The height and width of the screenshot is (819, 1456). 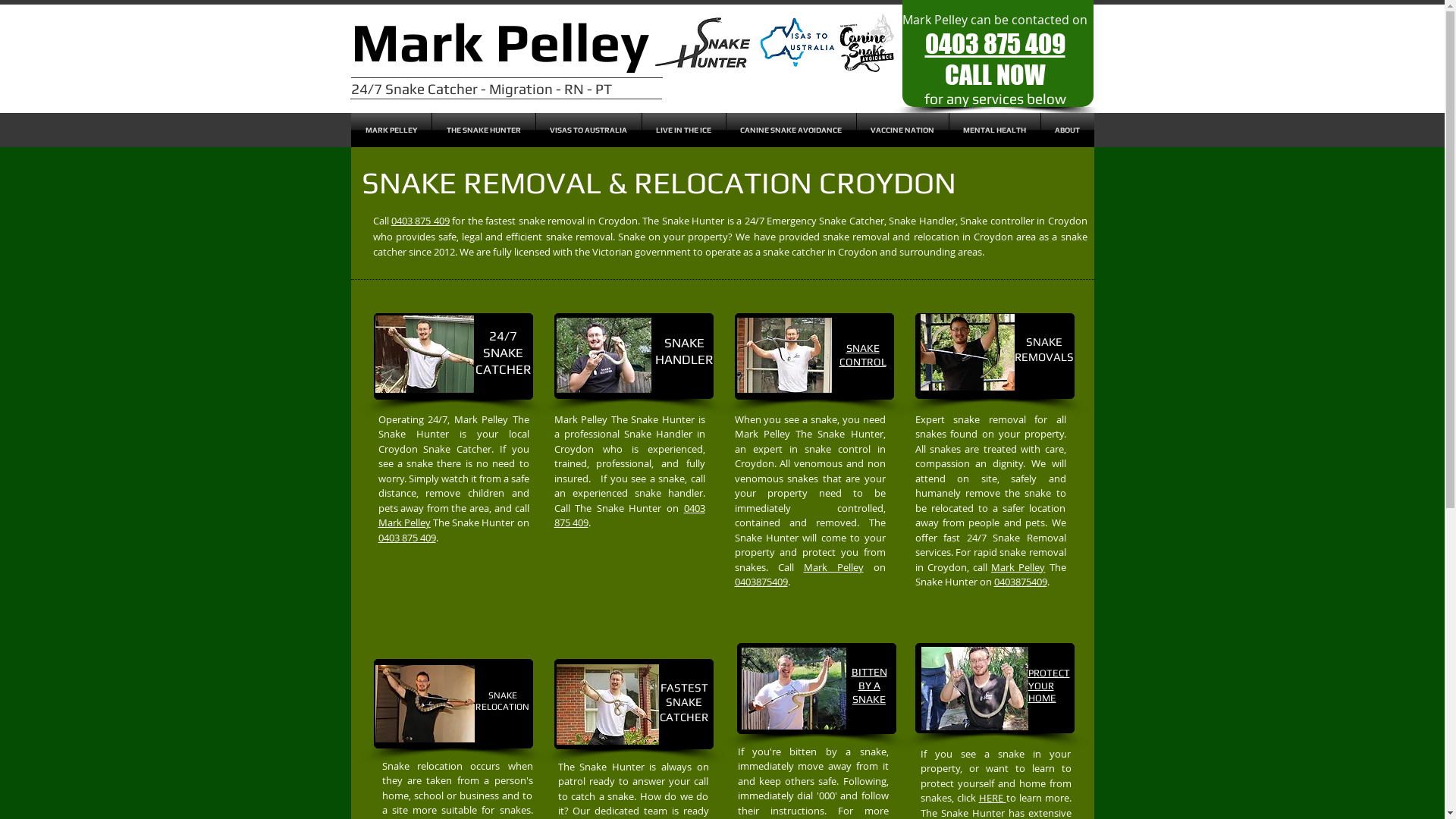 I want to click on 'MARK PELLEY', so click(x=390, y=129).